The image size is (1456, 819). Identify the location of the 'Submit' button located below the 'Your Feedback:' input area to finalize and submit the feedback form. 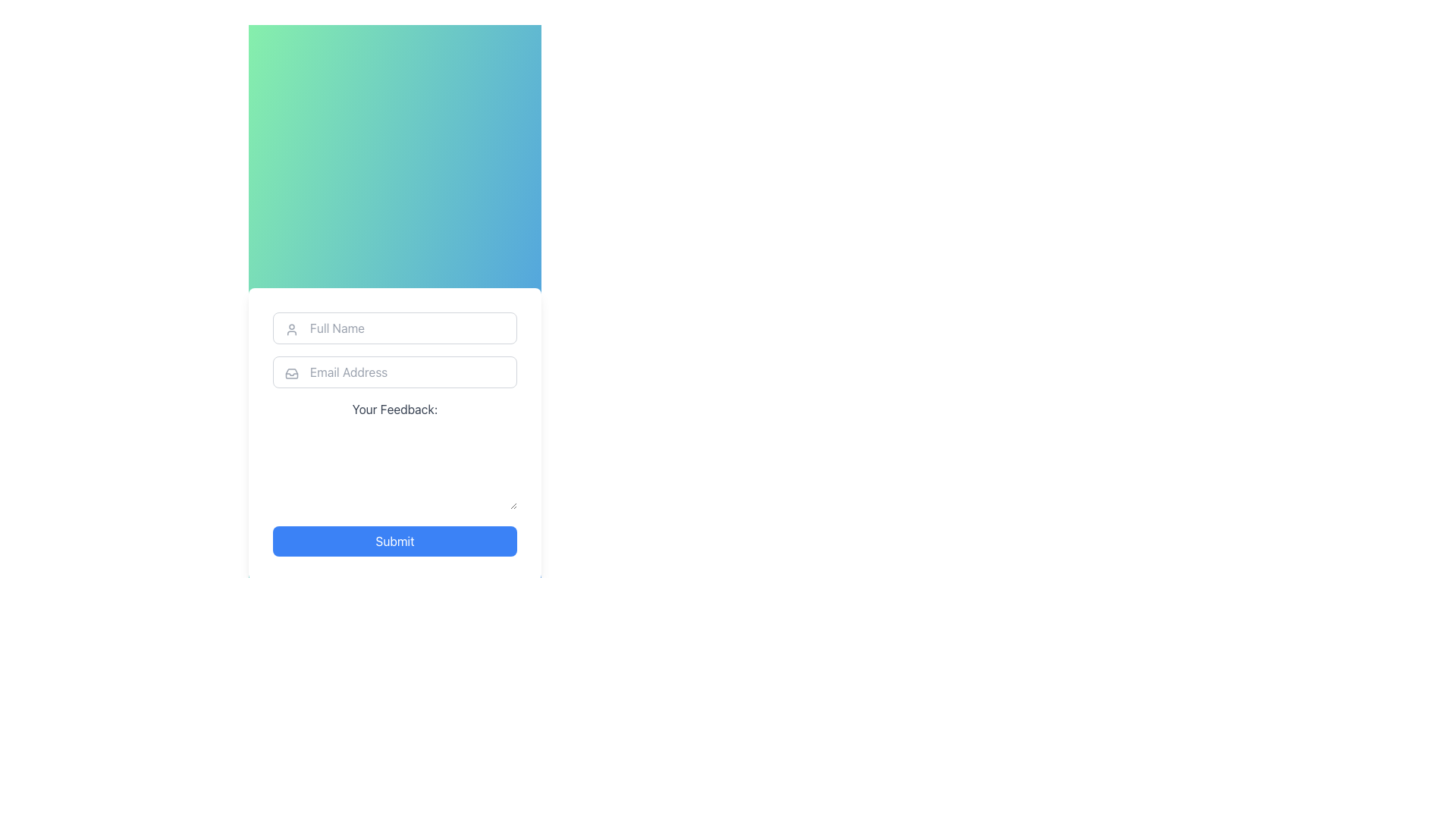
(395, 540).